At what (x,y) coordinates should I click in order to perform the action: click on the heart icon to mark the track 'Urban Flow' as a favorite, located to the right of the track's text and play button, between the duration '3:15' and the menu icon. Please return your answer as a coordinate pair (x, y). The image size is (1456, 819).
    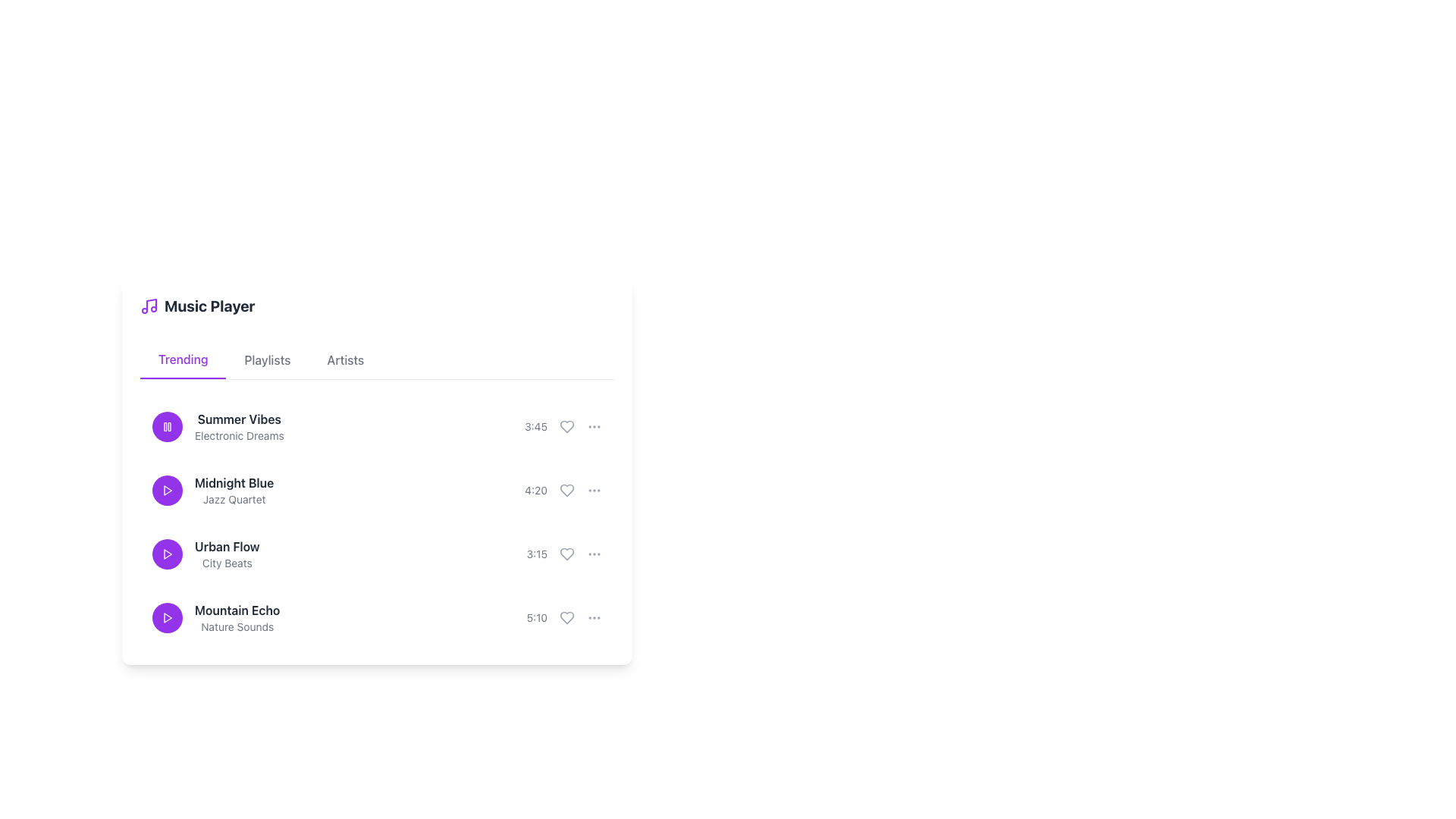
    Looking at the image, I should click on (566, 554).